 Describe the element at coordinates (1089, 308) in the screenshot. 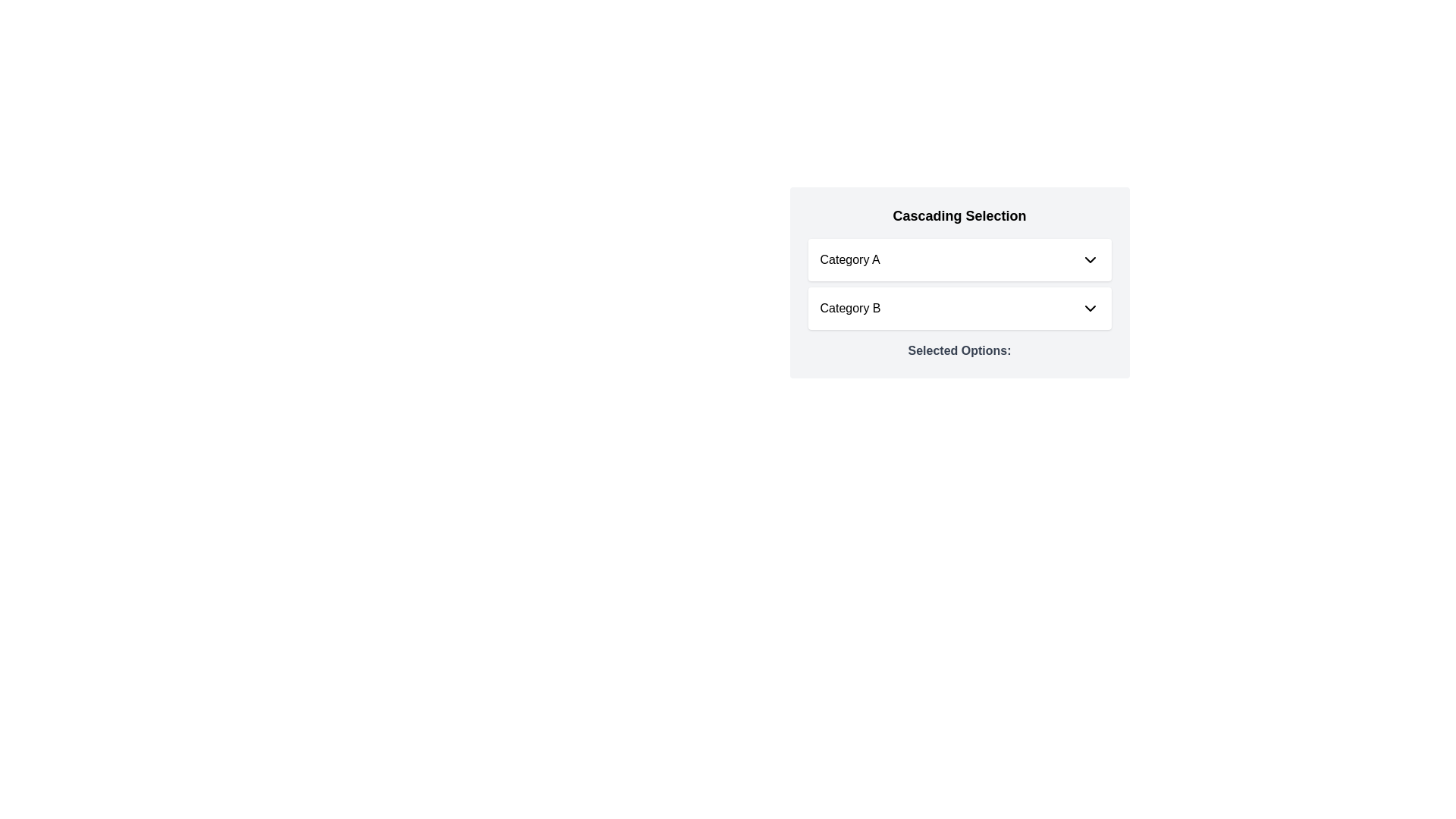

I see `the chevron icon located at the far-right side of the 'Category B' section` at that location.